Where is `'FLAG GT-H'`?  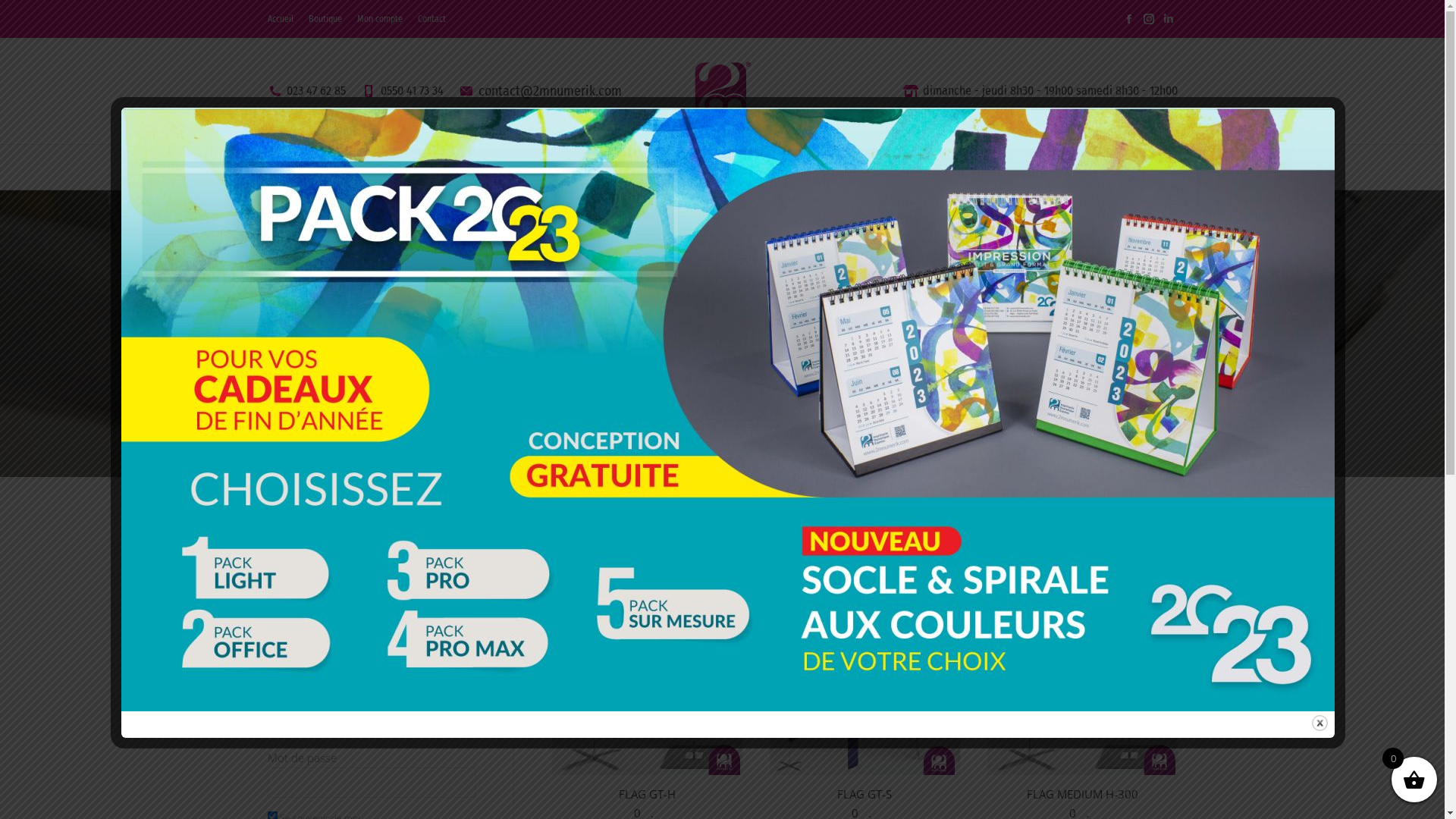
'FLAG GT-H' is located at coordinates (647, 792).